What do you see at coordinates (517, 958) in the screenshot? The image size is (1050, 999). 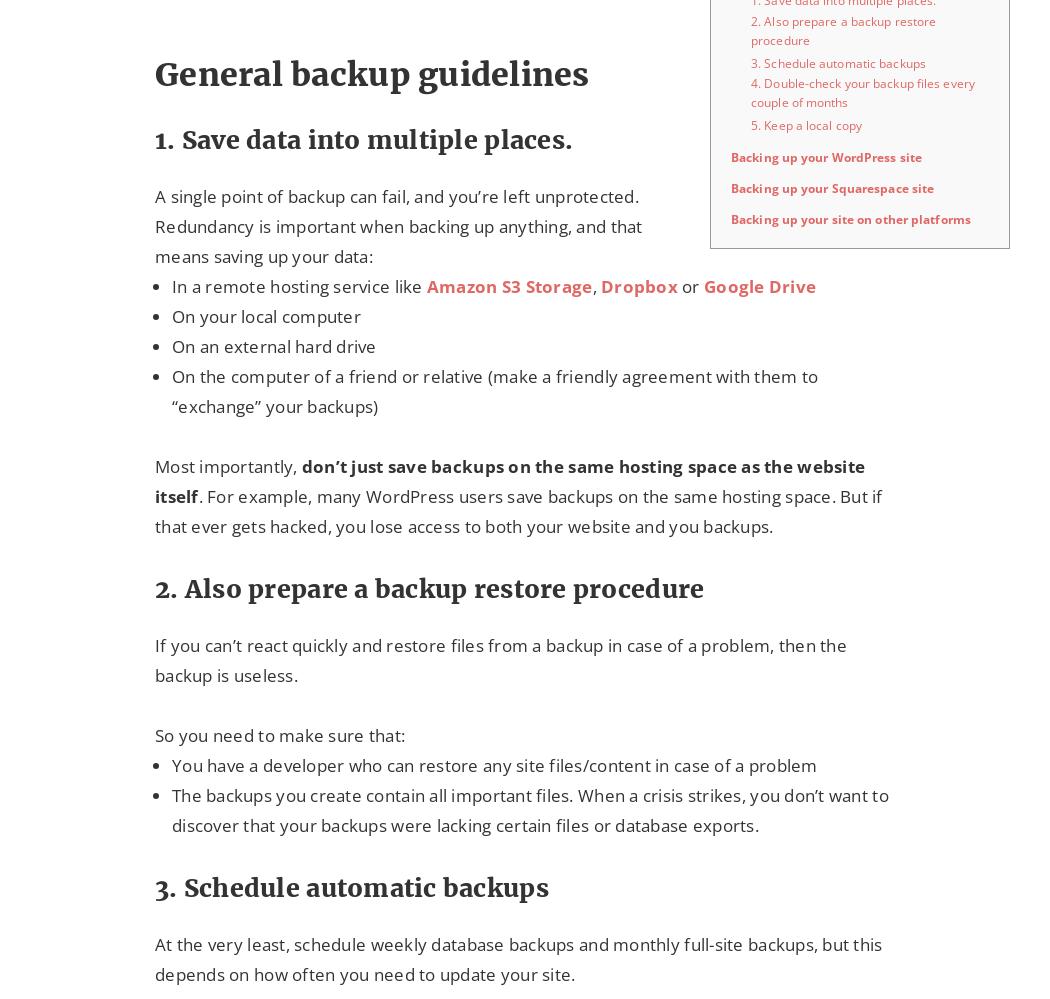 I see `'At the very least, schedule weekly database backups and monthly full-site backups, but this depends on how often you need to update your site.'` at bounding box center [517, 958].